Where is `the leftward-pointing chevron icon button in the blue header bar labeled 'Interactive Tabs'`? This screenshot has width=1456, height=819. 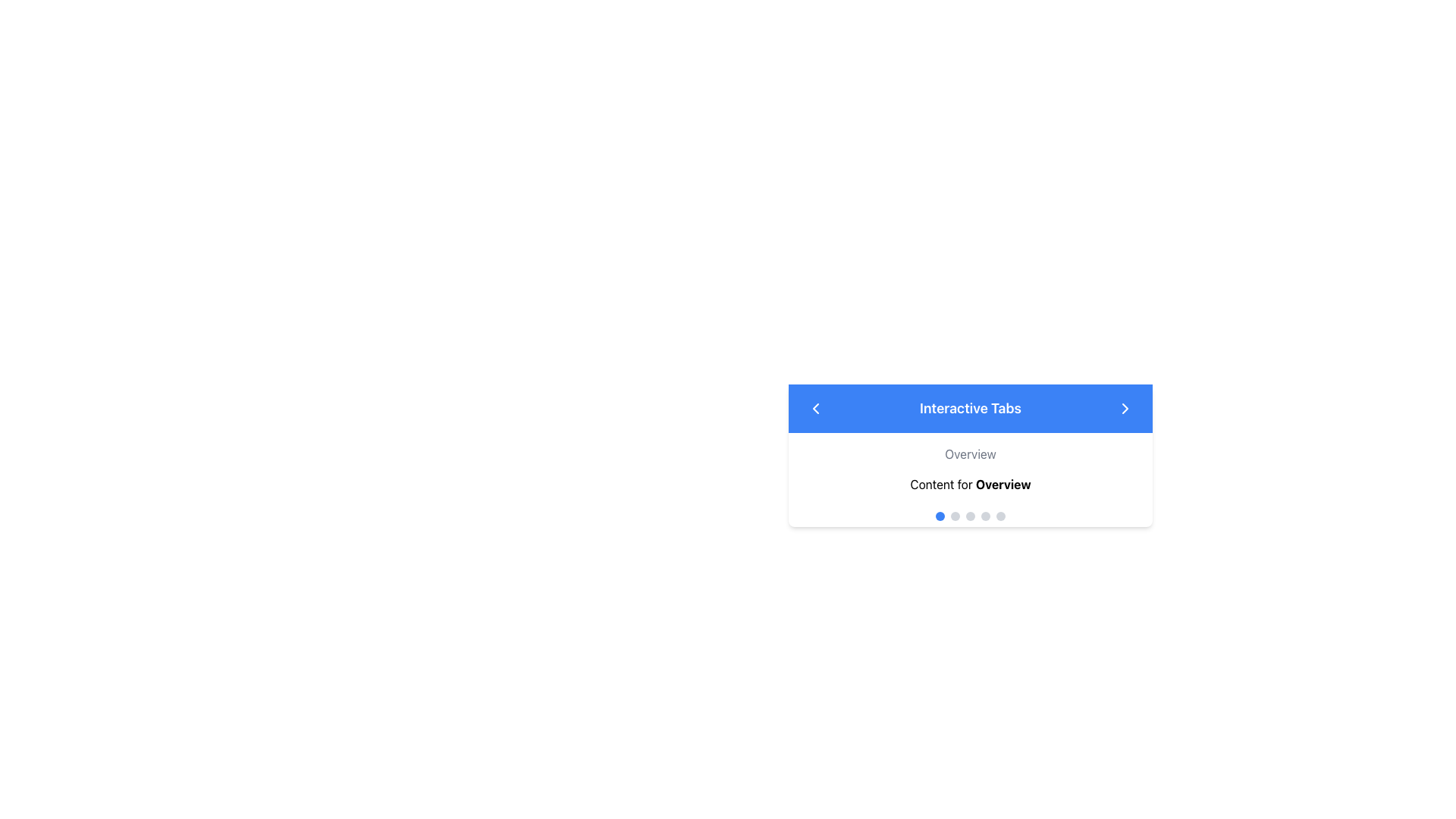 the leftward-pointing chevron icon button in the blue header bar labeled 'Interactive Tabs' is located at coordinates (814, 408).